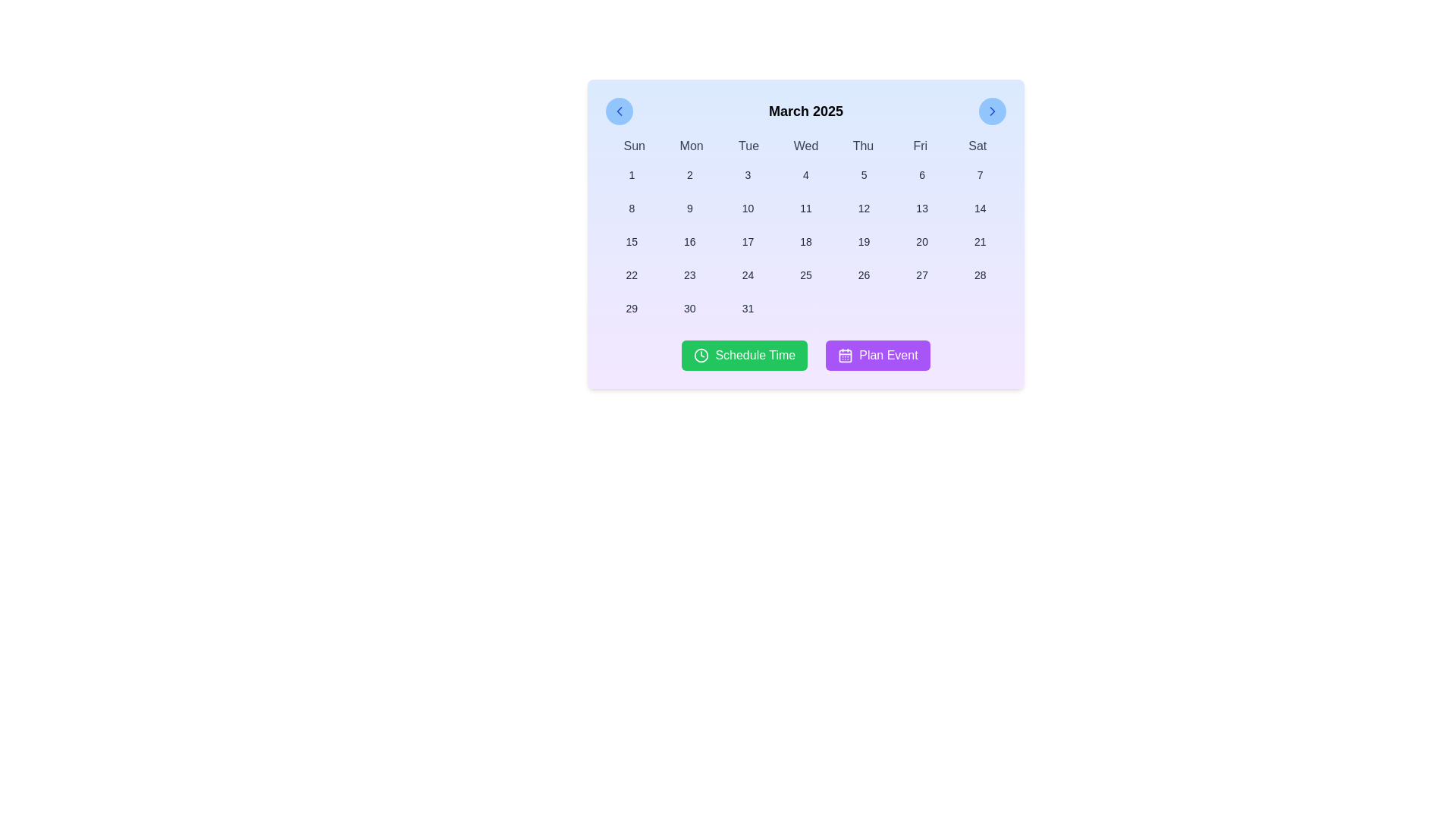  I want to click on the small rectangular button displaying the text '29', so click(632, 308).